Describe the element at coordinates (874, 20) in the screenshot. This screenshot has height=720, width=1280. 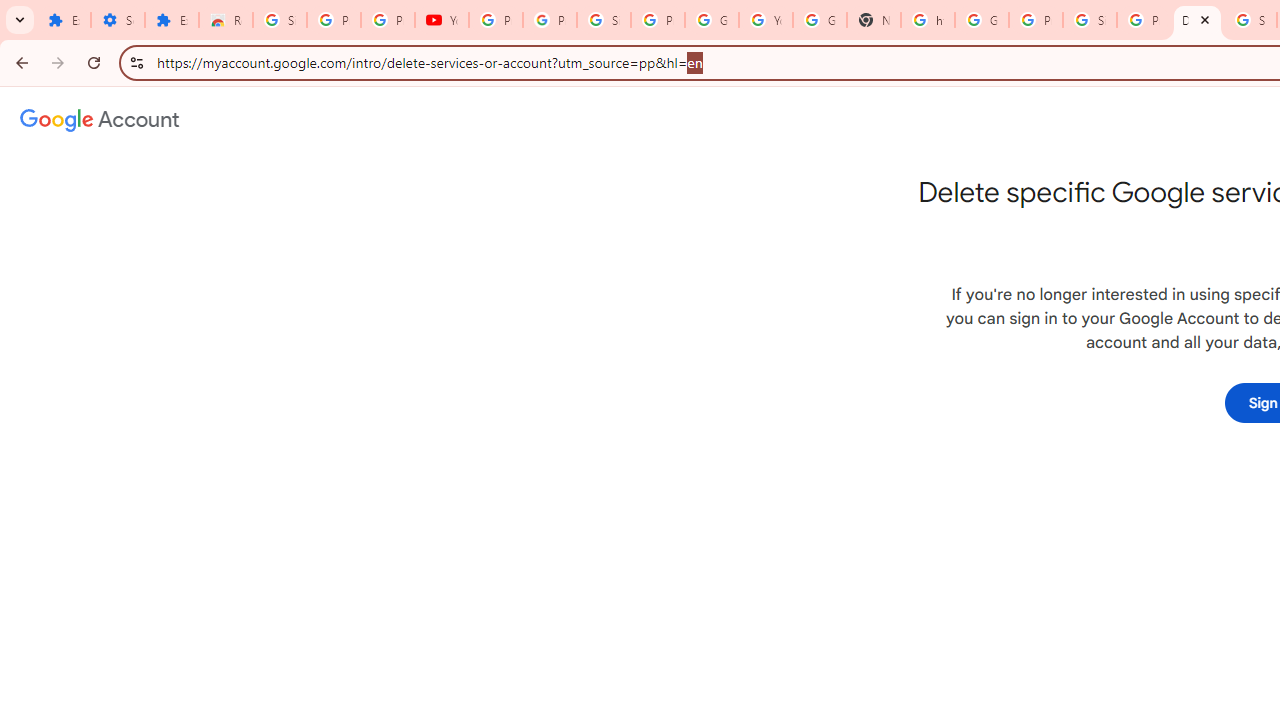
I see `'New Tab'` at that location.